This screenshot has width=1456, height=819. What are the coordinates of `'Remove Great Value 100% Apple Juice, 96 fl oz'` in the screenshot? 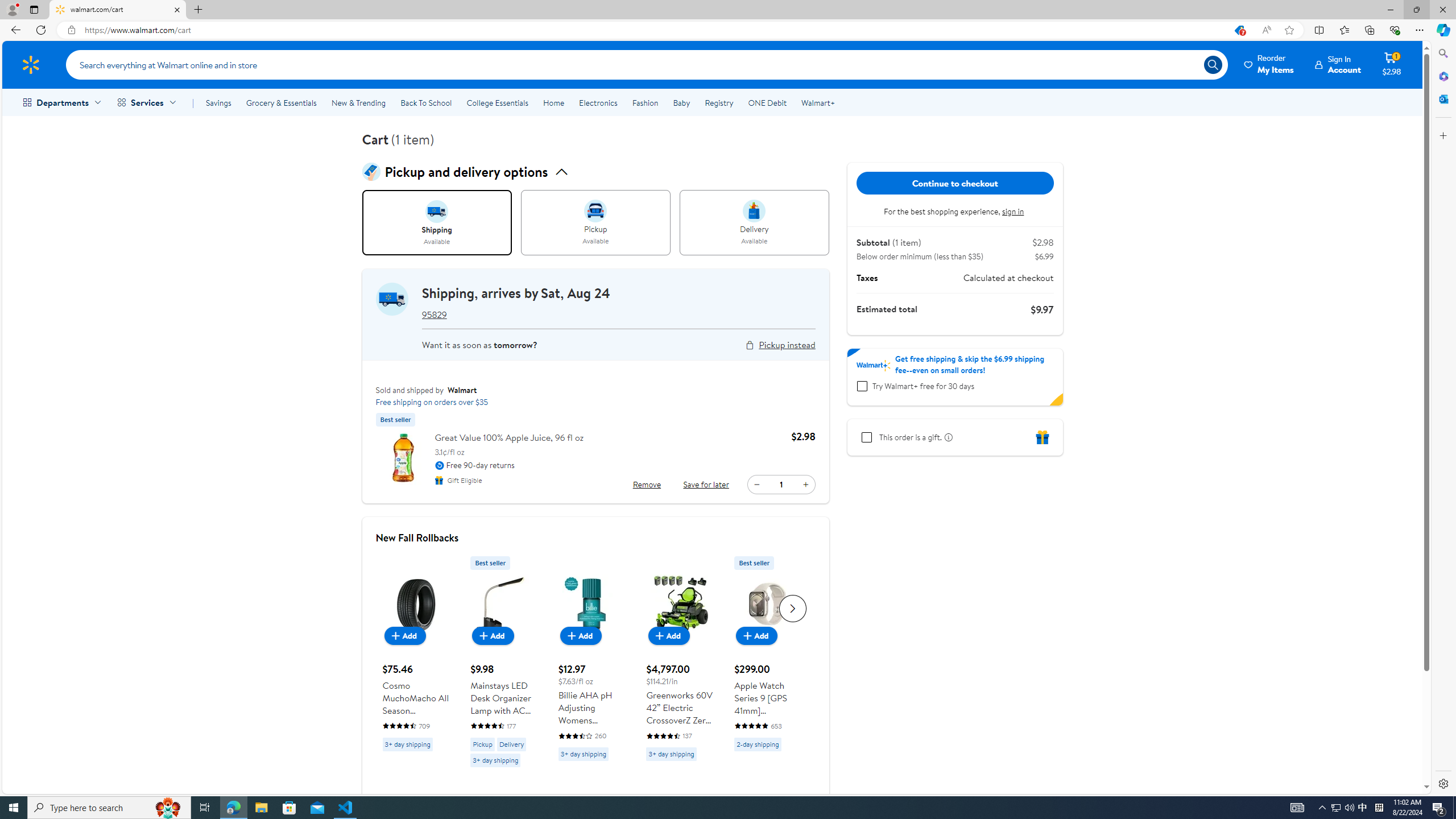 It's located at (647, 483).